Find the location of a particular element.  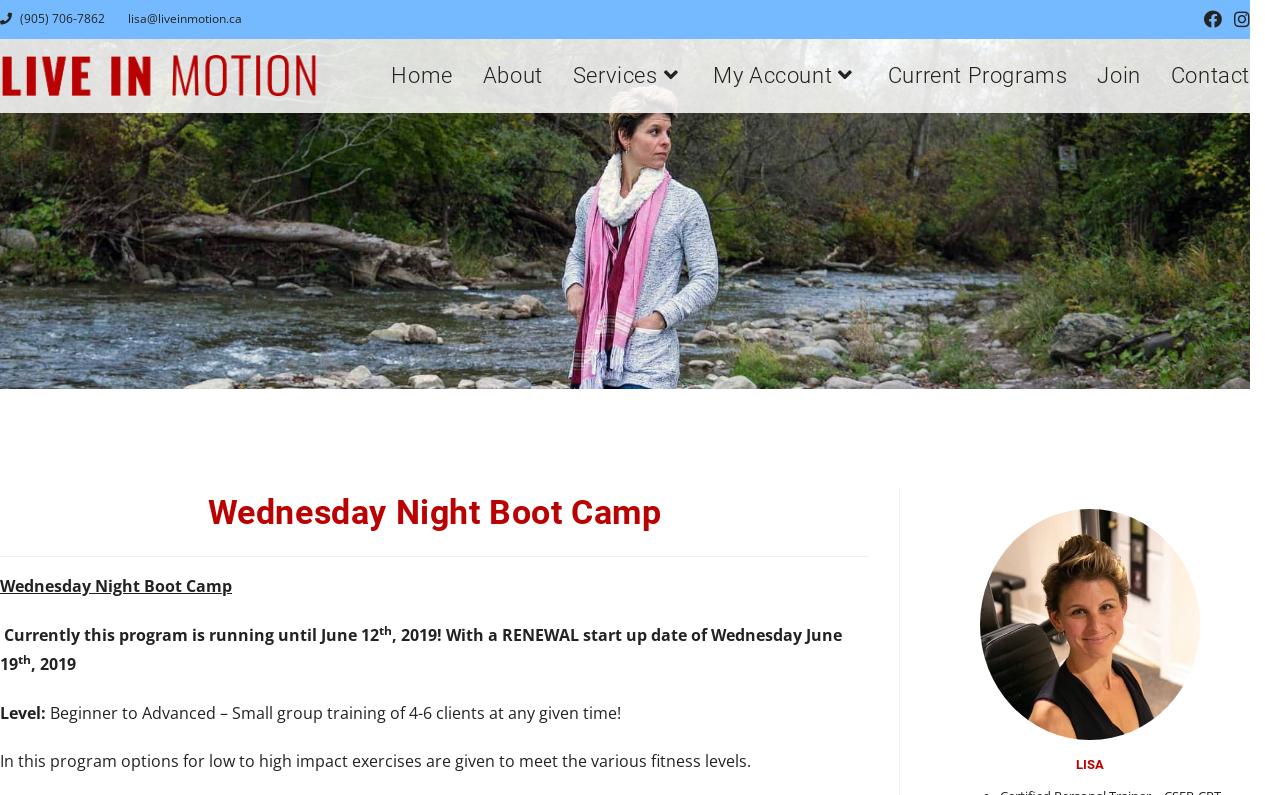

', 2019! With a RENEWAL start up date of Wednesday June 19' is located at coordinates (0, 648).